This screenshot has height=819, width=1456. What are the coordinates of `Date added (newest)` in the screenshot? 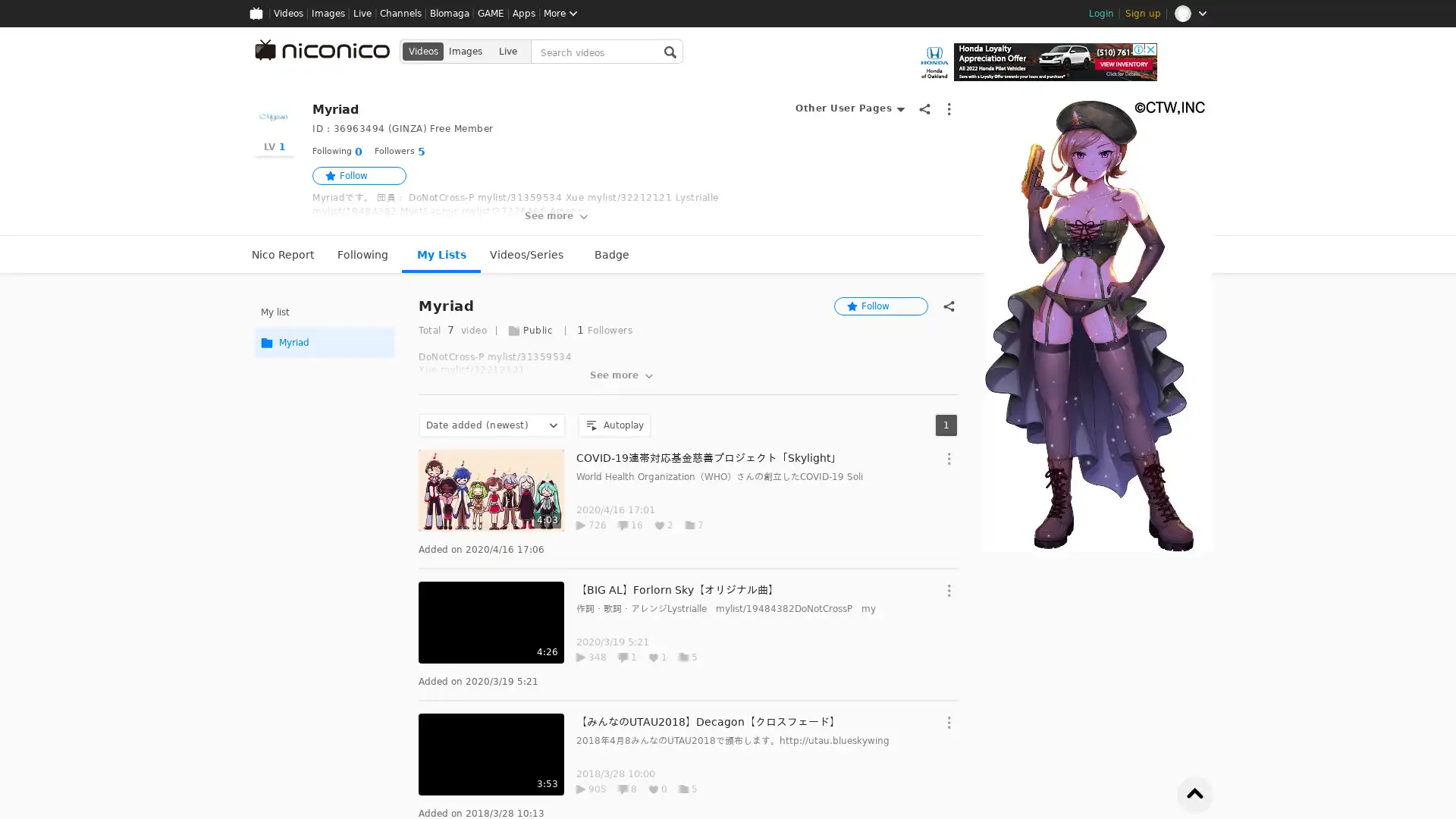 It's located at (491, 425).